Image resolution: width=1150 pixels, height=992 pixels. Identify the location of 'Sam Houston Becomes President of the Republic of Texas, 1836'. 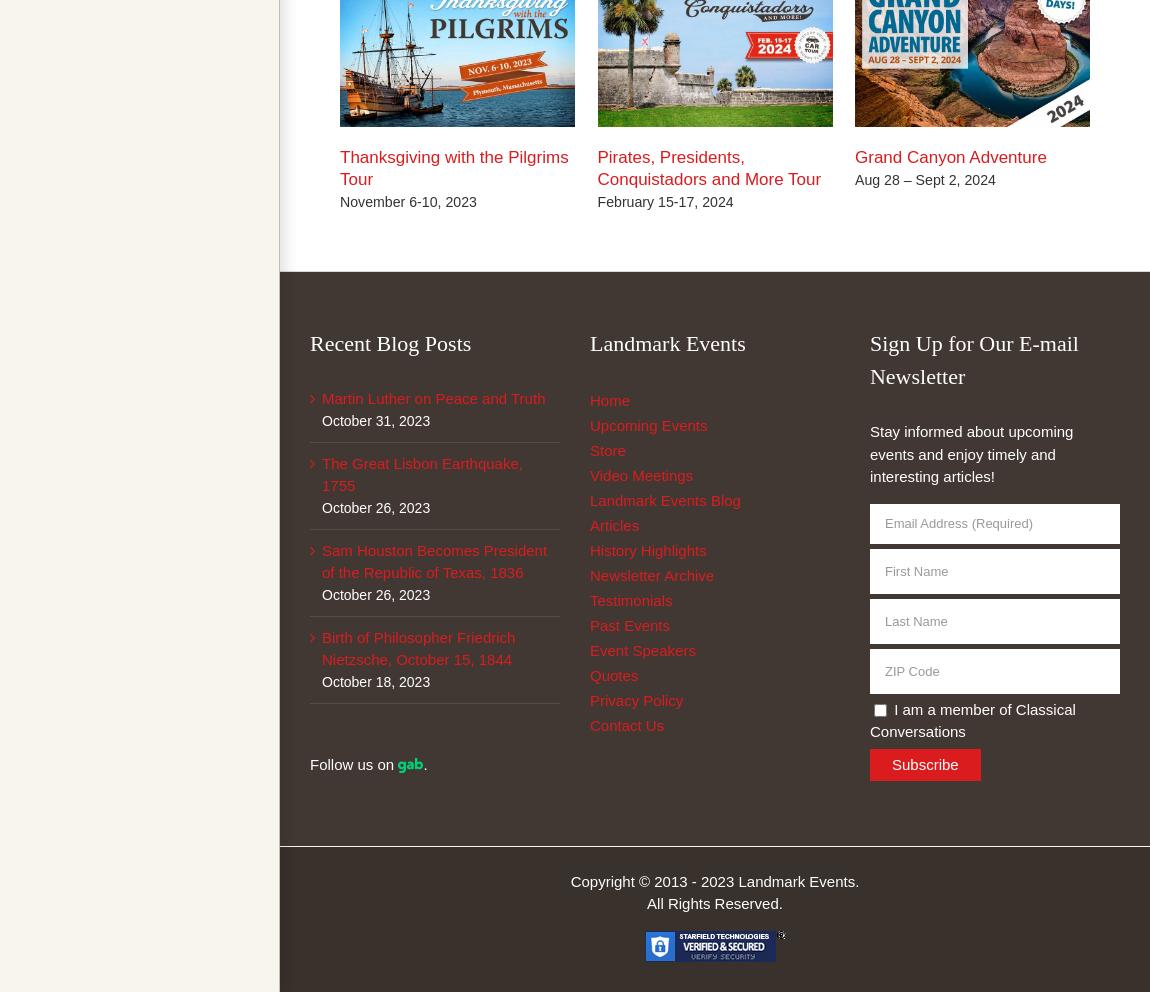
(434, 560).